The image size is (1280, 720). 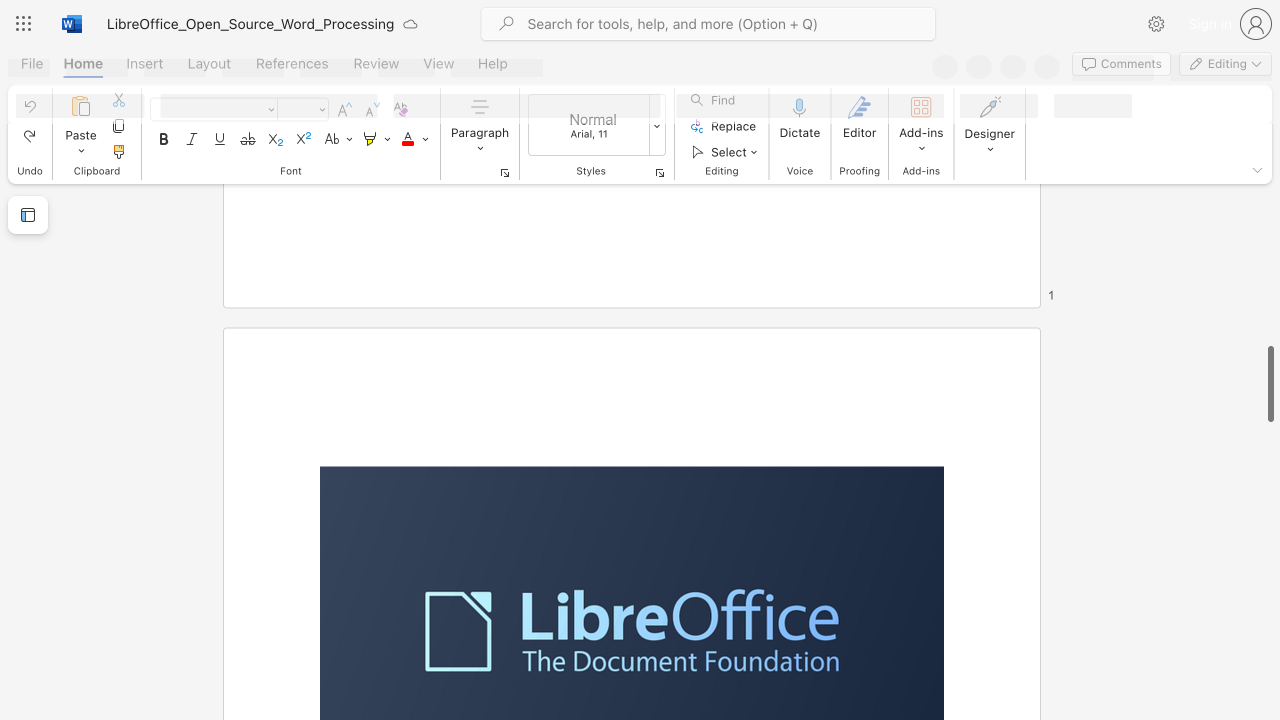 What do you see at coordinates (1269, 200) in the screenshot?
I see `the scrollbar on the right side to scroll the page up` at bounding box center [1269, 200].